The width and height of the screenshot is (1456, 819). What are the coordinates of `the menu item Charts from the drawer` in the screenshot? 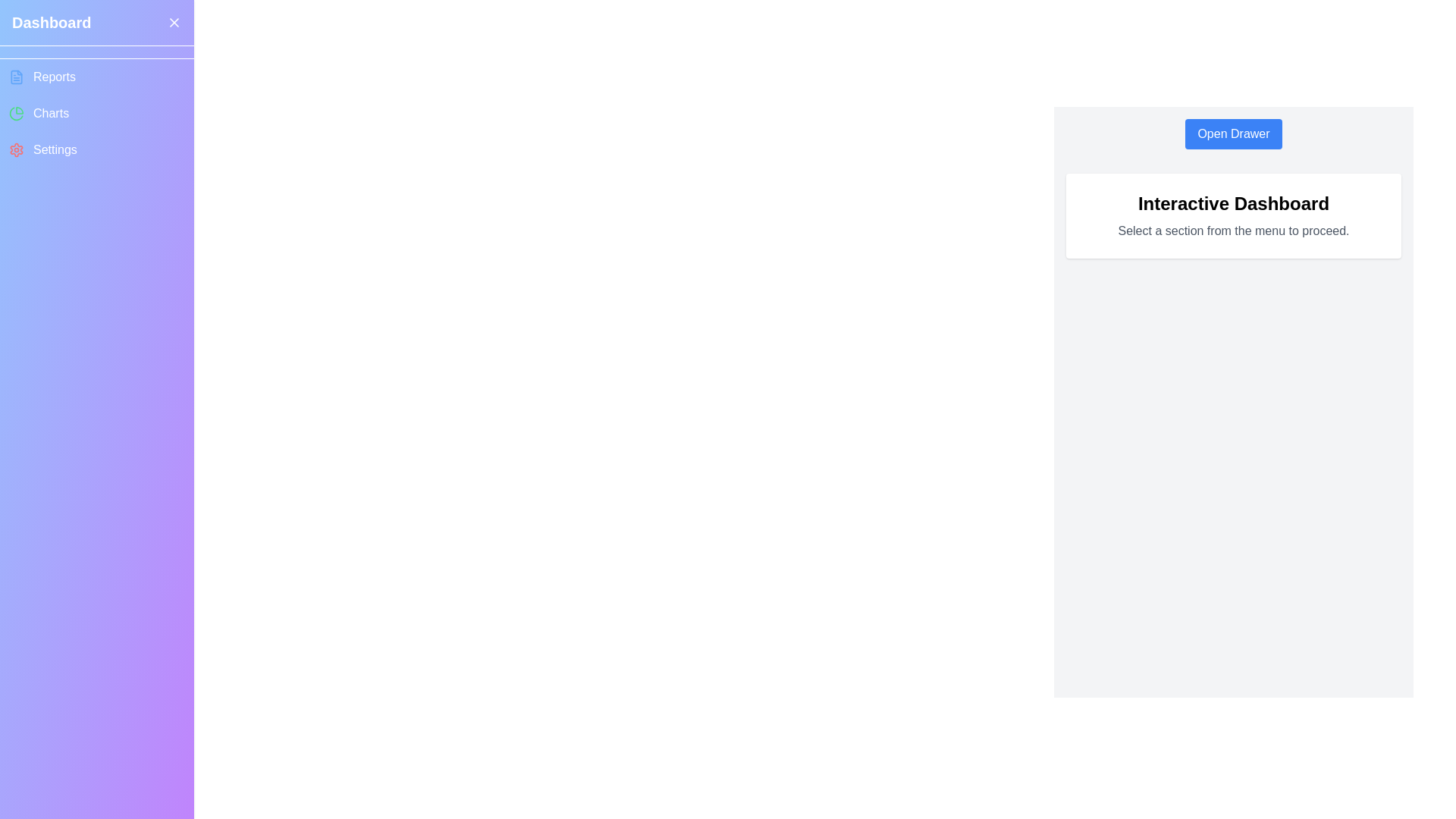 It's located at (96, 113).